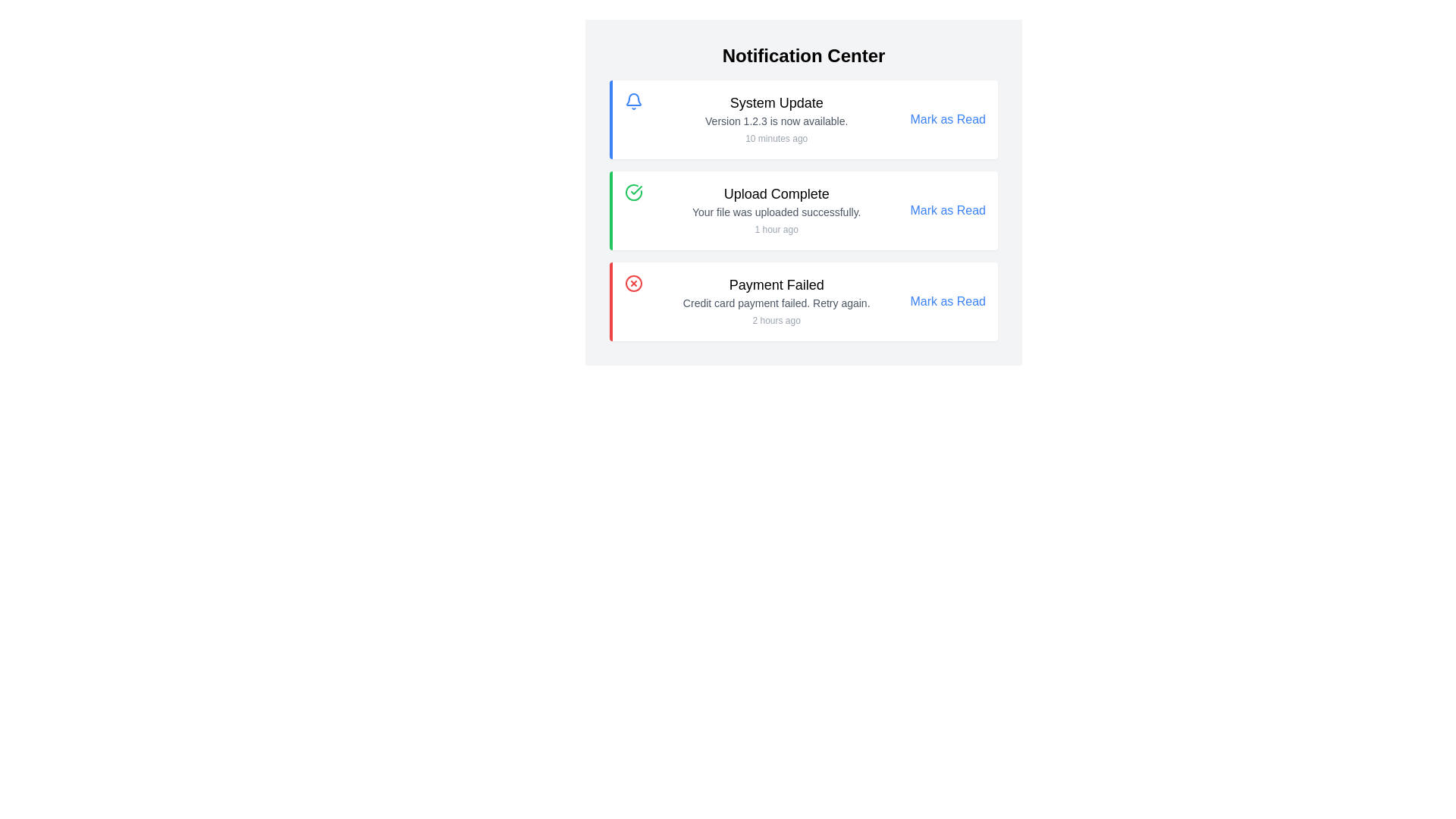 The width and height of the screenshot is (1456, 819). What do you see at coordinates (777, 212) in the screenshot?
I see `the notification text block that indicates the successful upload of a file, located in the middle of the notification card titled 'Upload Complete'` at bounding box center [777, 212].